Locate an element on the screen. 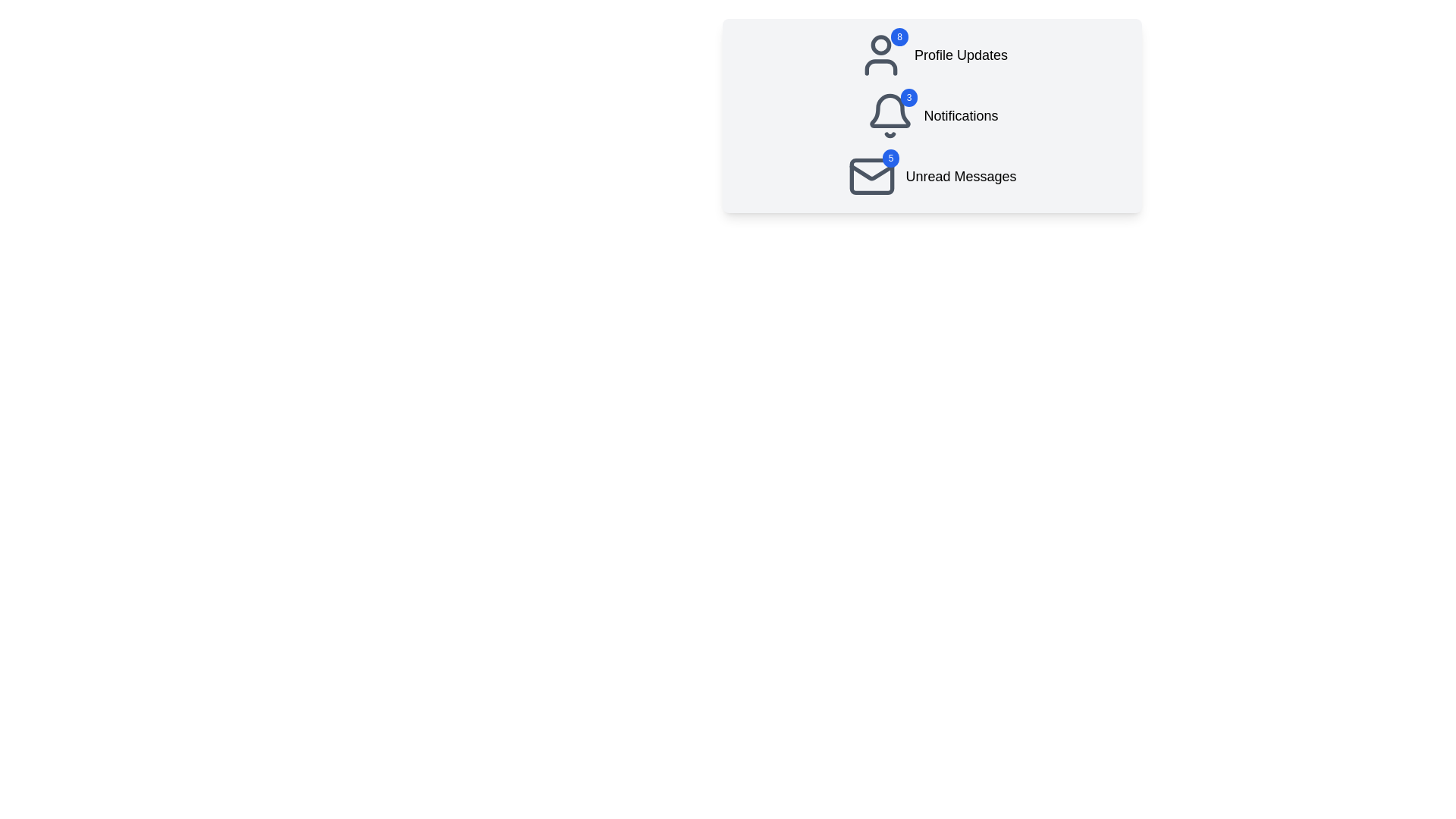 This screenshot has width=1456, height=819. the informational display with a badge showing 'Unread Messages' and the number '5' for accessibility purposes is located at coordinates (931, 175).